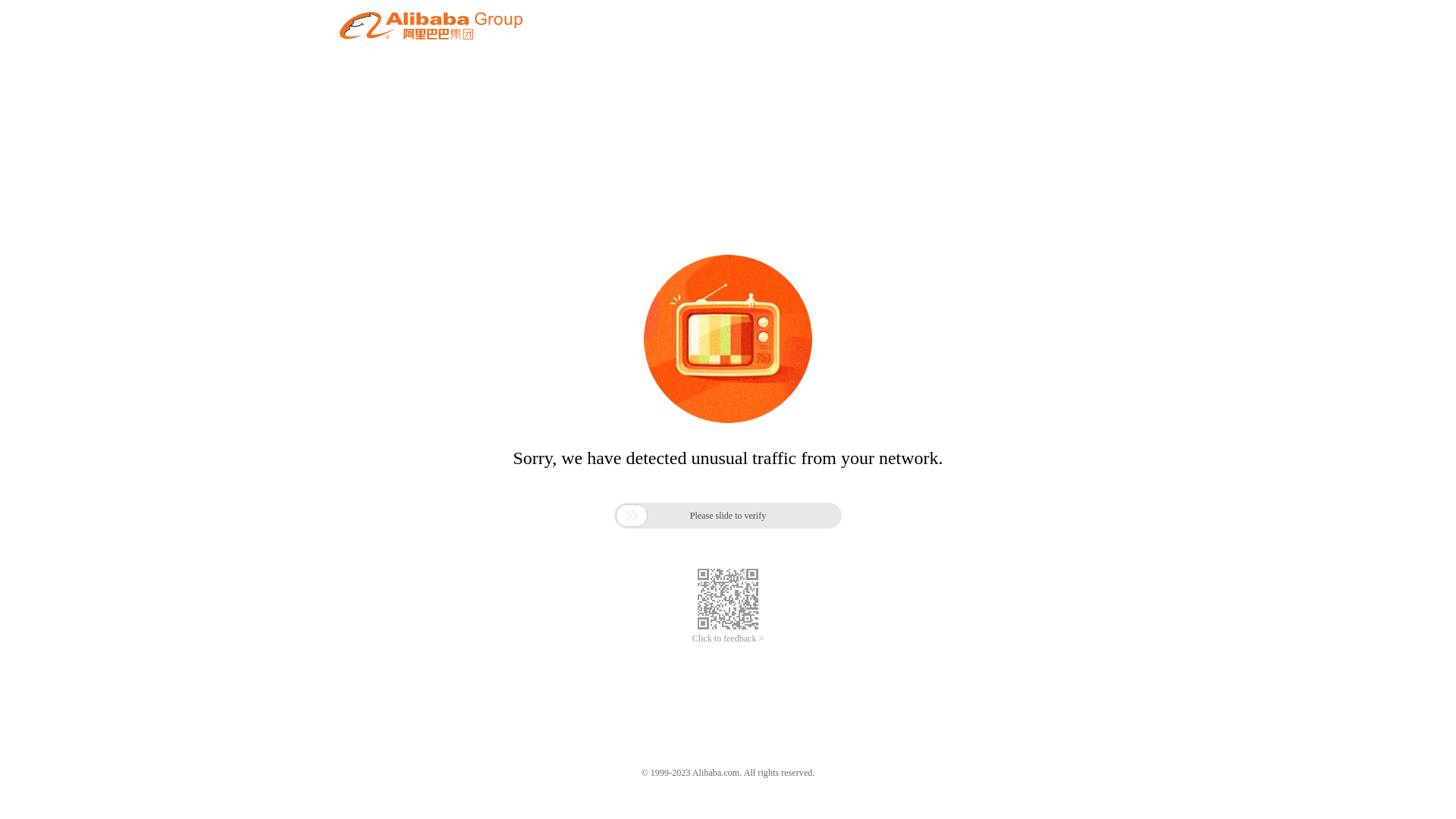  What do you see at coordinates (728, 639) in the screenshot?
I see `'Click to feedback >'` at bounding box center [728, 639].